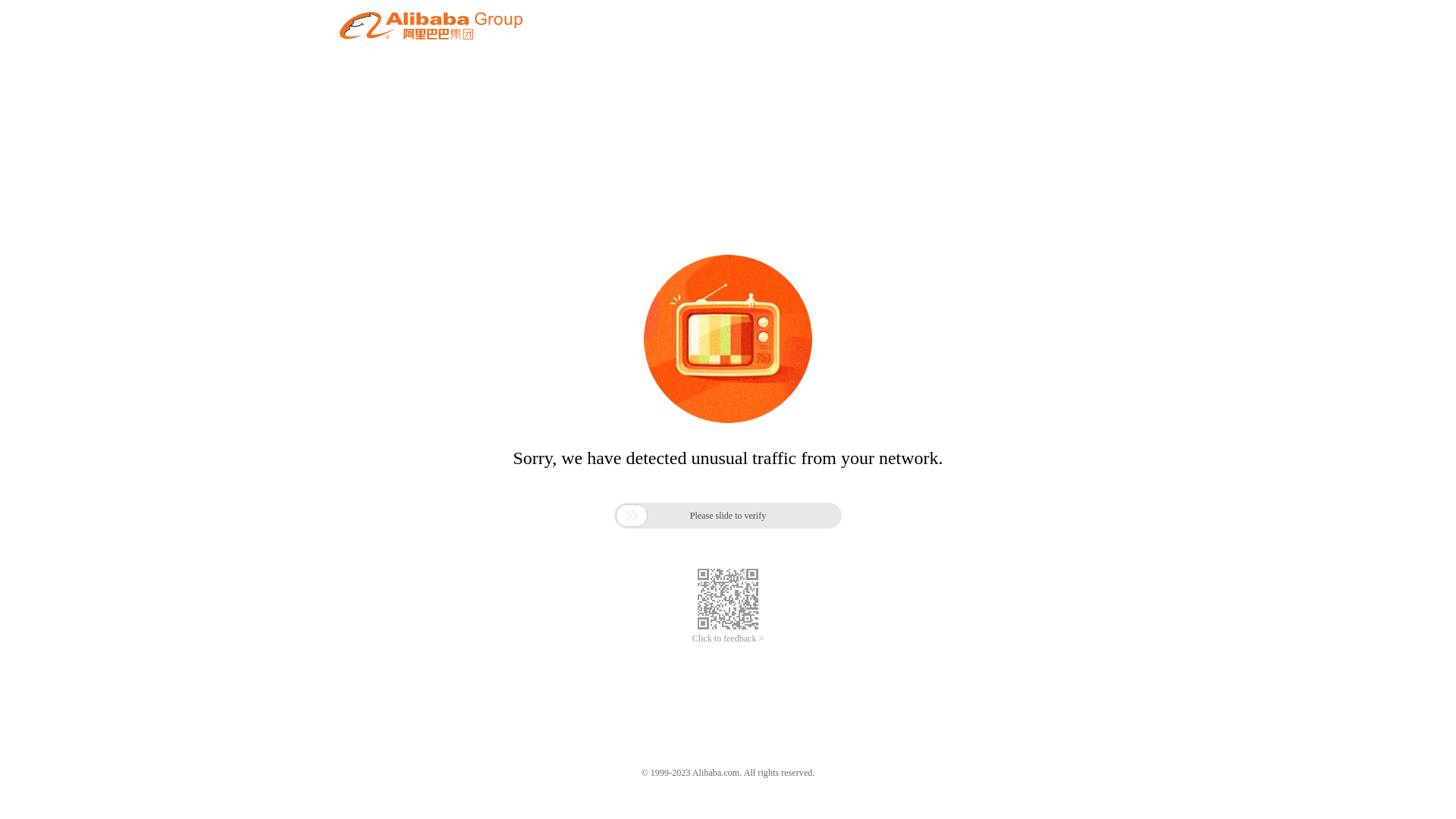  What do you see at coordinates (728, 639) in the screenshot?
I see `'Click to feedback >'` at bounding box center [728, 639].